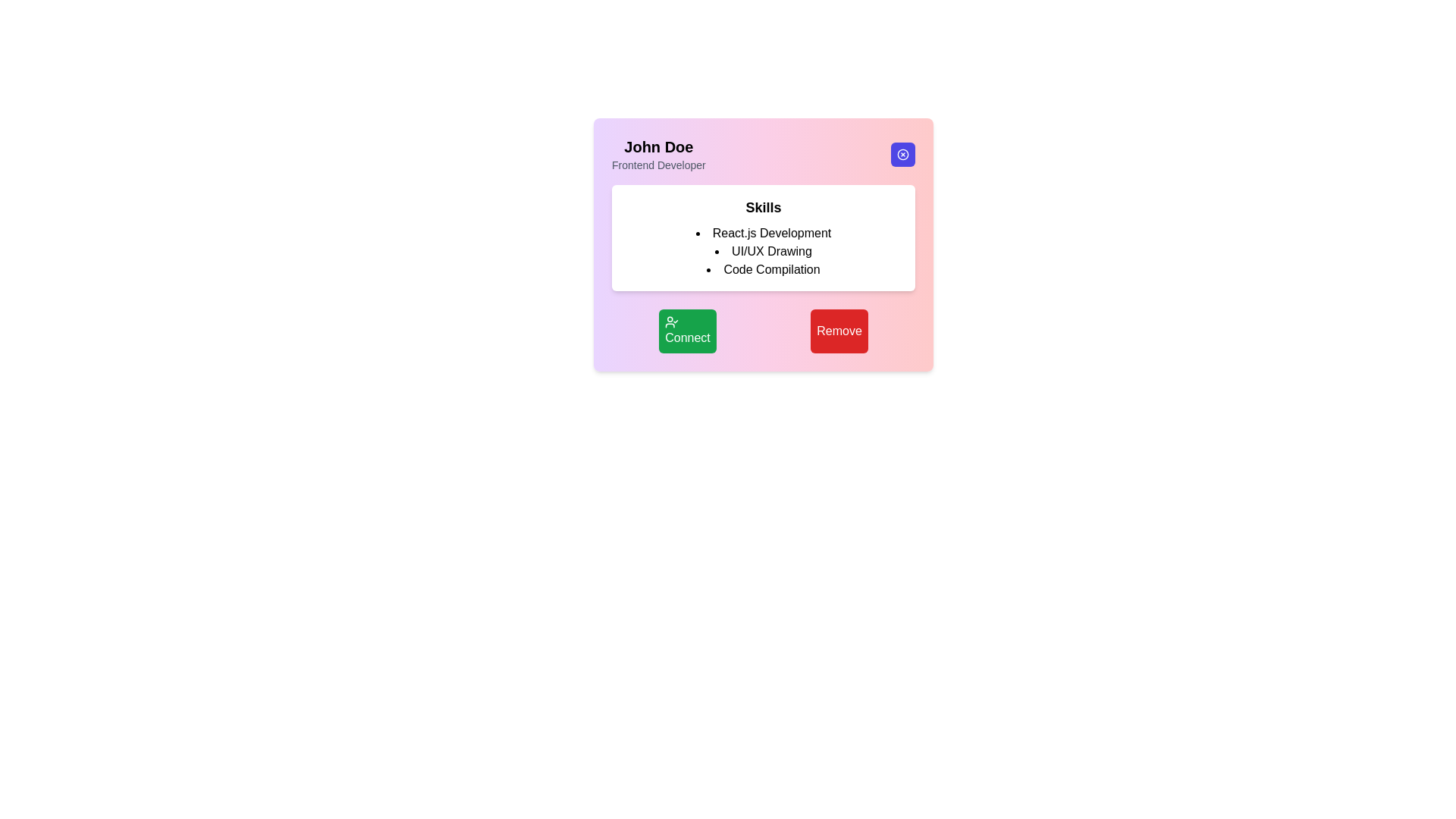 Image resolution: width=1456 pixels, height=819 pixels. I want to click on the first list item 'React.js Development' in the bulleted list under the heading 'Skills', so click(764, 234).